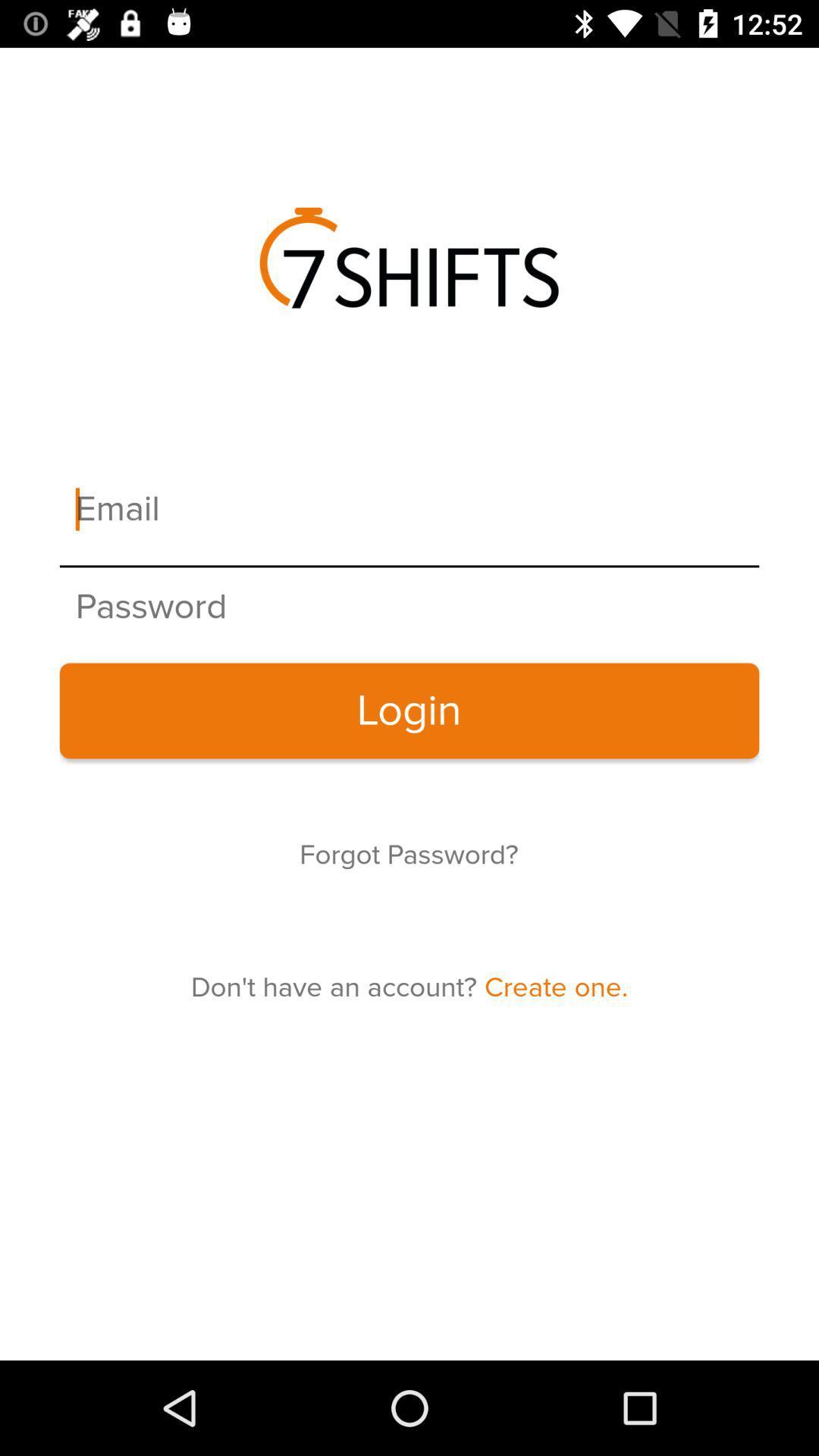 This screenshot has width=819, height=1456. I want to click on insert email, so click(409, 510).